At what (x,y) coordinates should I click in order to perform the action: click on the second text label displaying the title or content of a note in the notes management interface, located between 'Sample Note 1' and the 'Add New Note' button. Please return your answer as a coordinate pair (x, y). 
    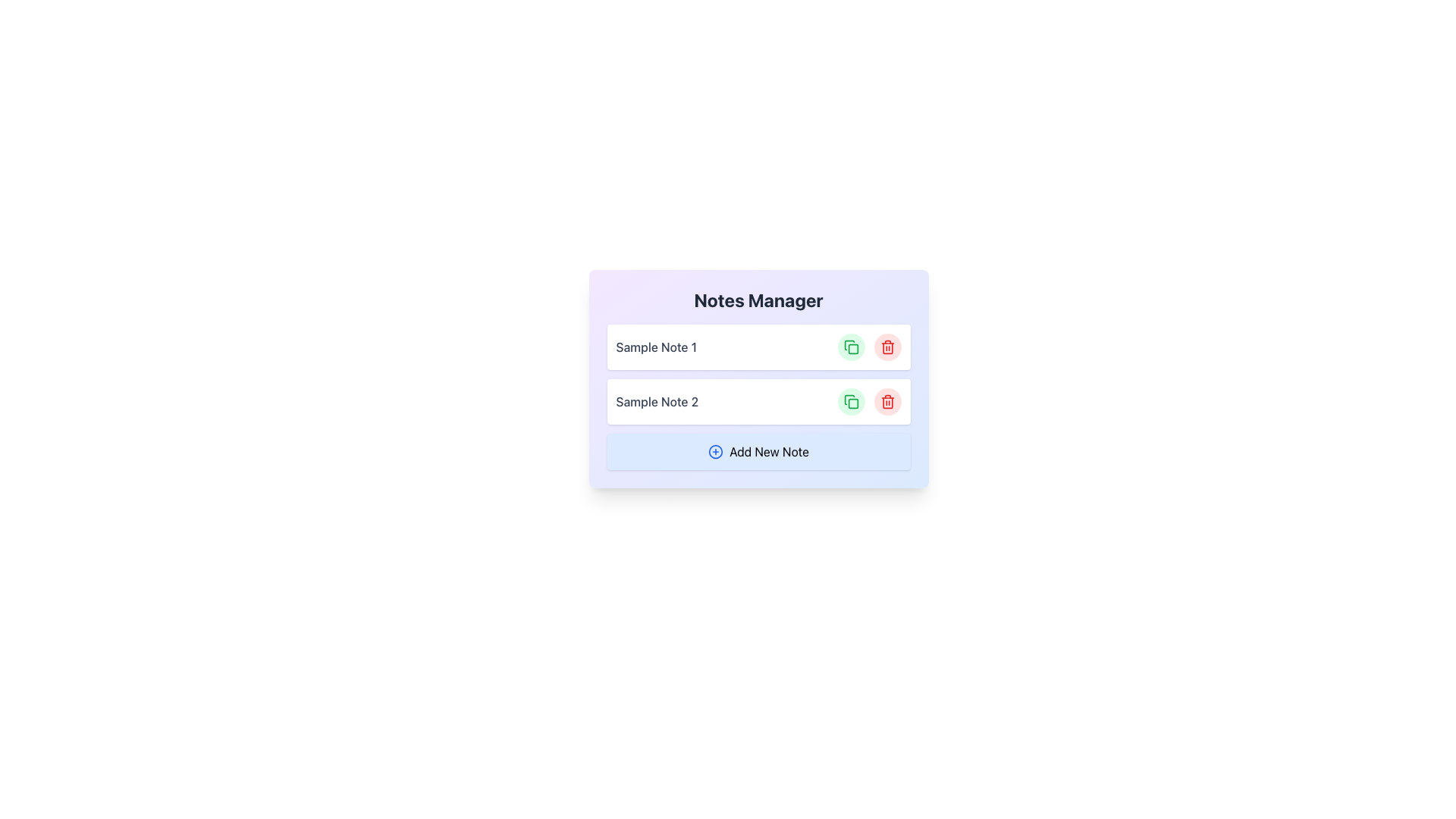
    Looking at the image, I should click on (657, 400).